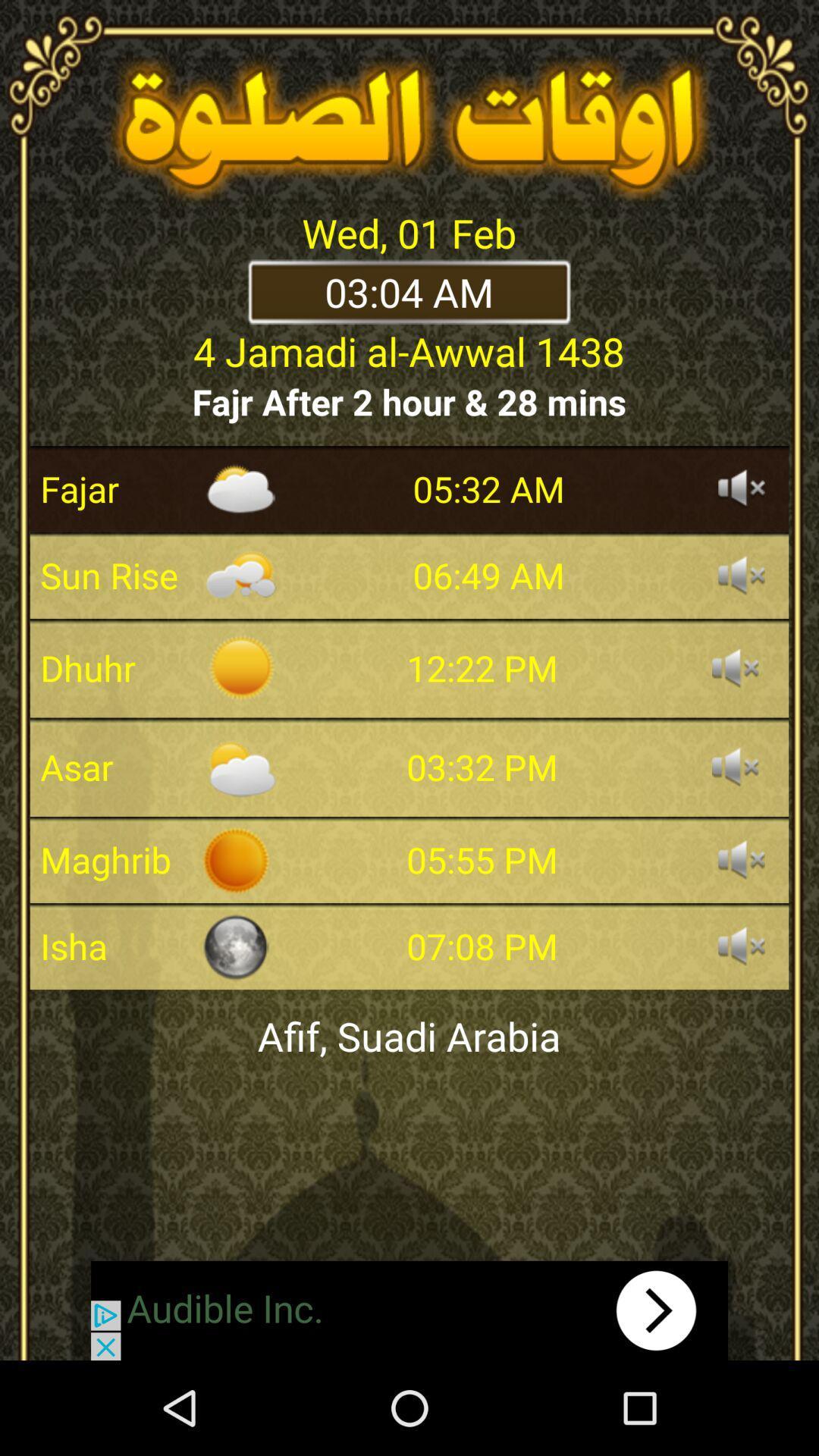  I want to click on the volume icon, so click(741, 859).